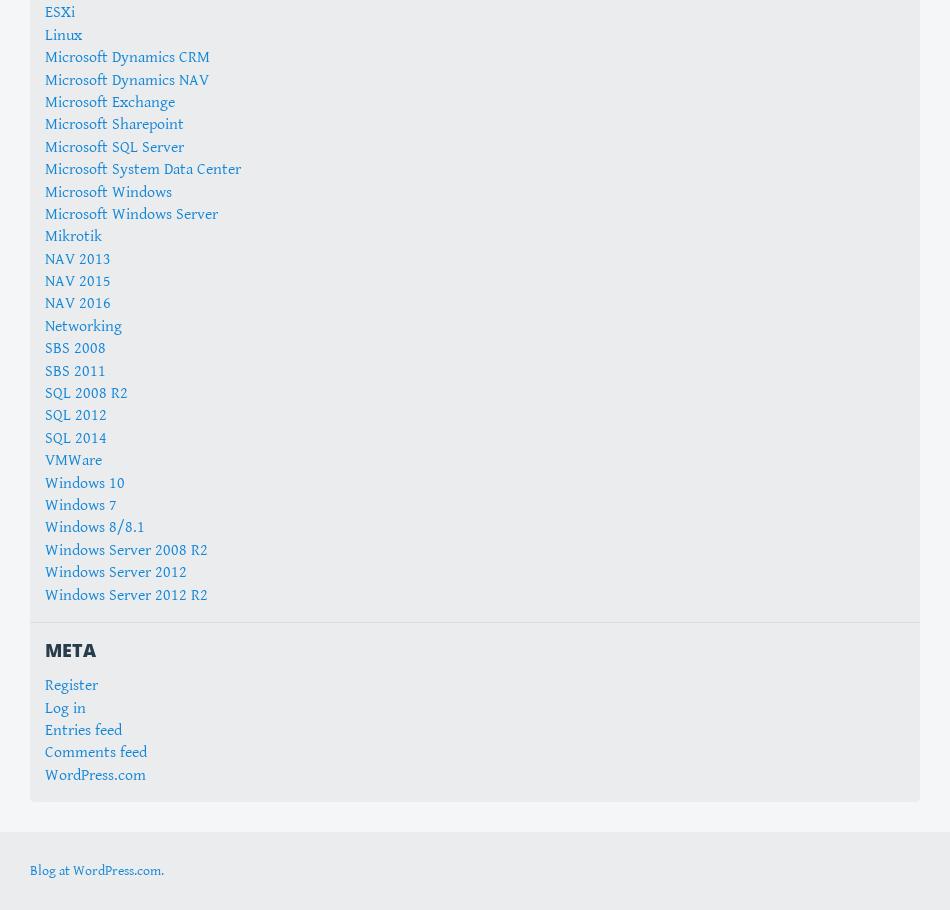 This screenshot has width=950, height=910. I want to click on 'NAV 2016', so click(77, 303).